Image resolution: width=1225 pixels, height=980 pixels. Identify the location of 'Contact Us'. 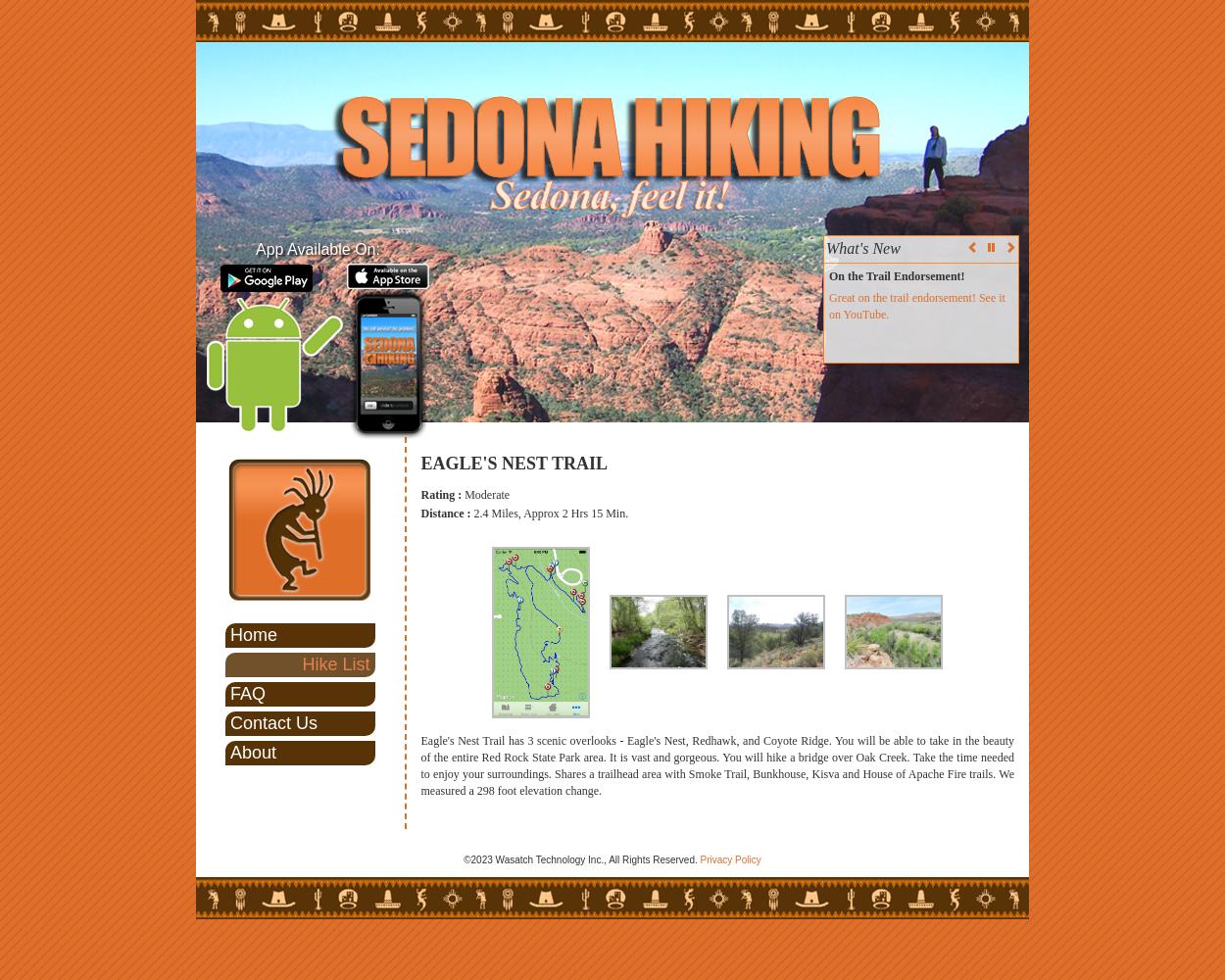
(273, 722).